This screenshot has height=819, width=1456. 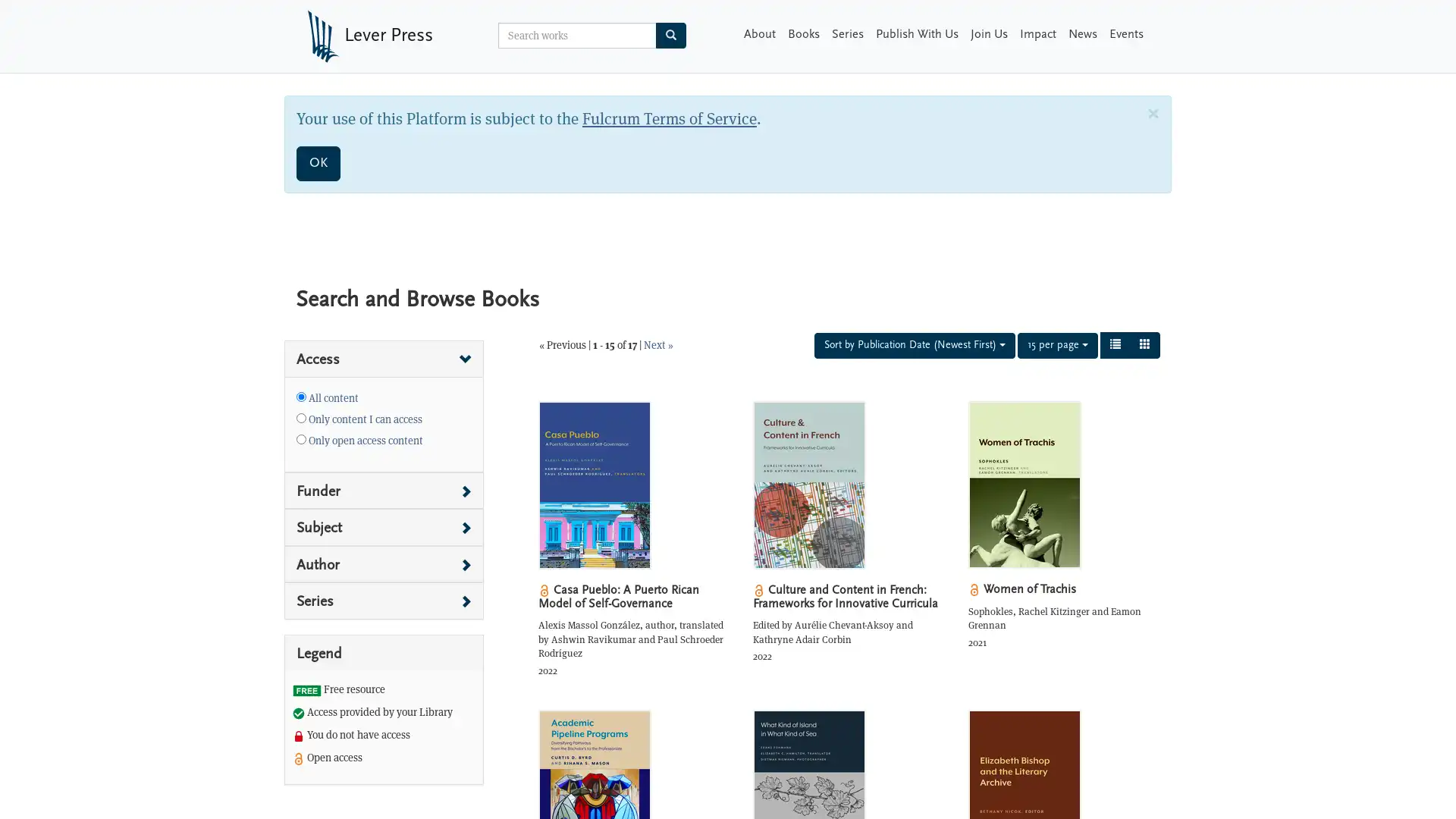 I want to click on Sort by Publication Date (Newest First), so click(x=914, y=345).